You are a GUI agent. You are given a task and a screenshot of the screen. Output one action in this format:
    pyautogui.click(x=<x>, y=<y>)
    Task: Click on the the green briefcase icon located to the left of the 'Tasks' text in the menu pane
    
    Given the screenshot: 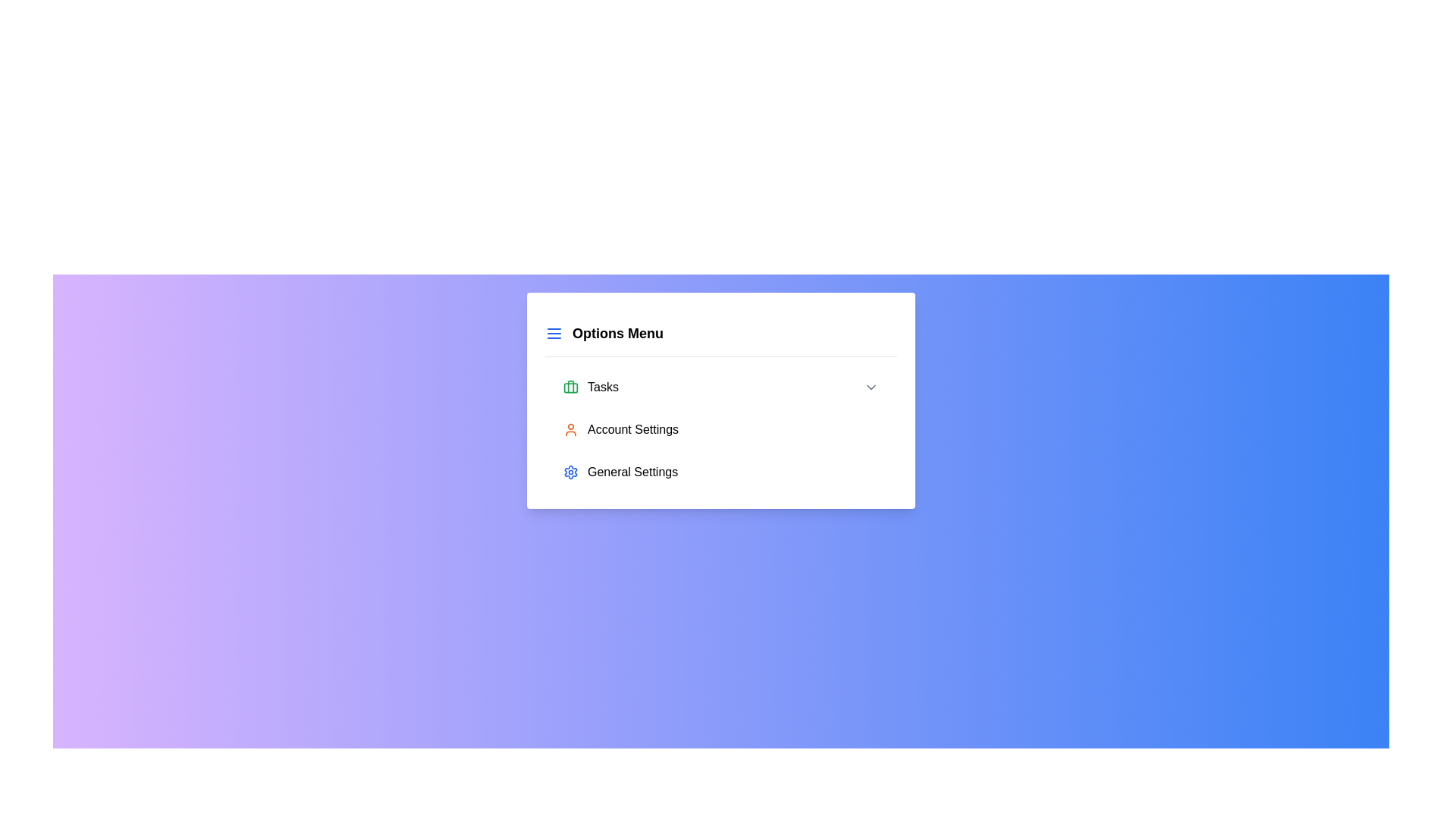 What is the action you would take?
    pyautogui.click(x=570, y=386)
    